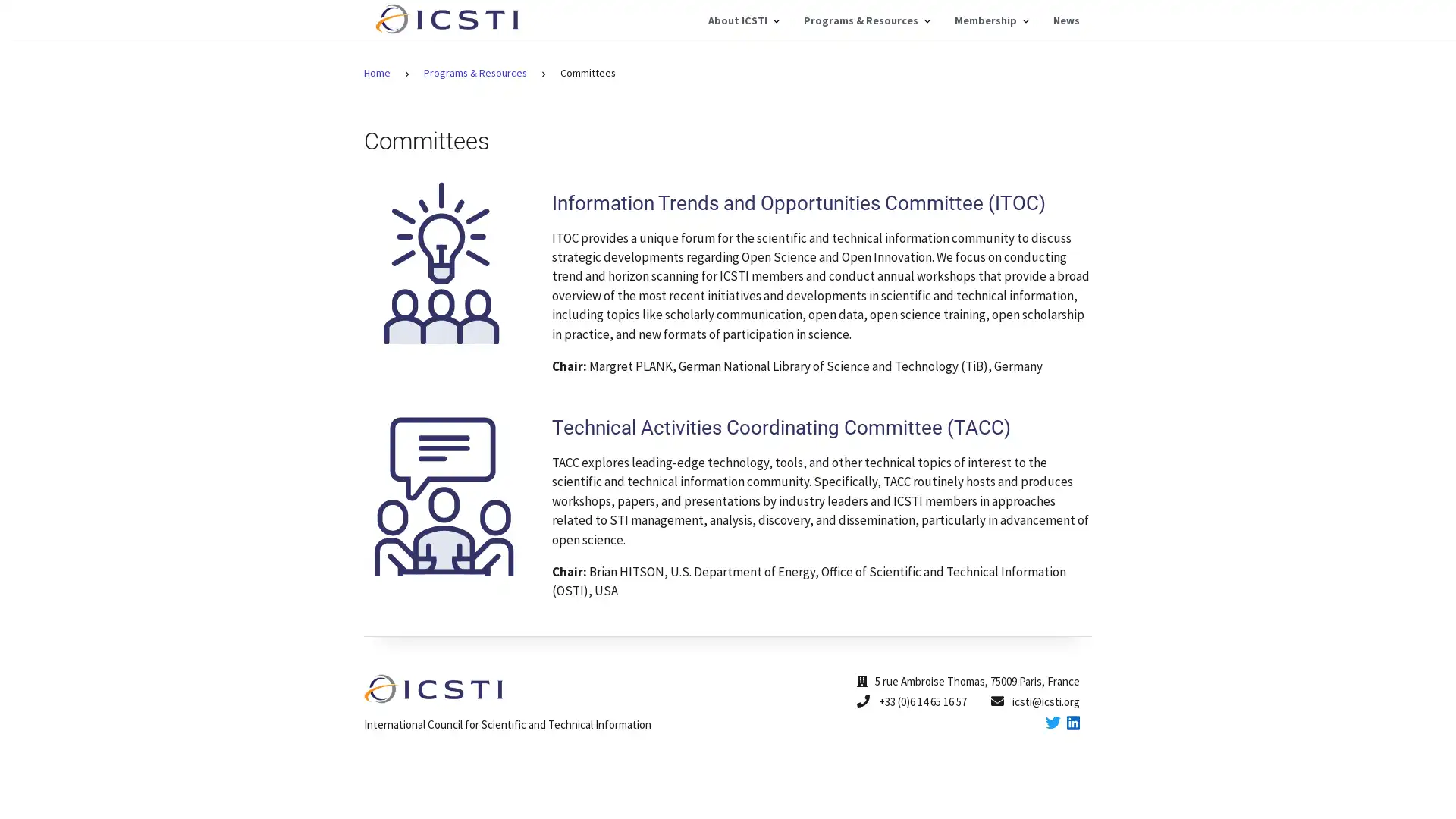  I want to click on Programs & Resources, so click(867, 20).